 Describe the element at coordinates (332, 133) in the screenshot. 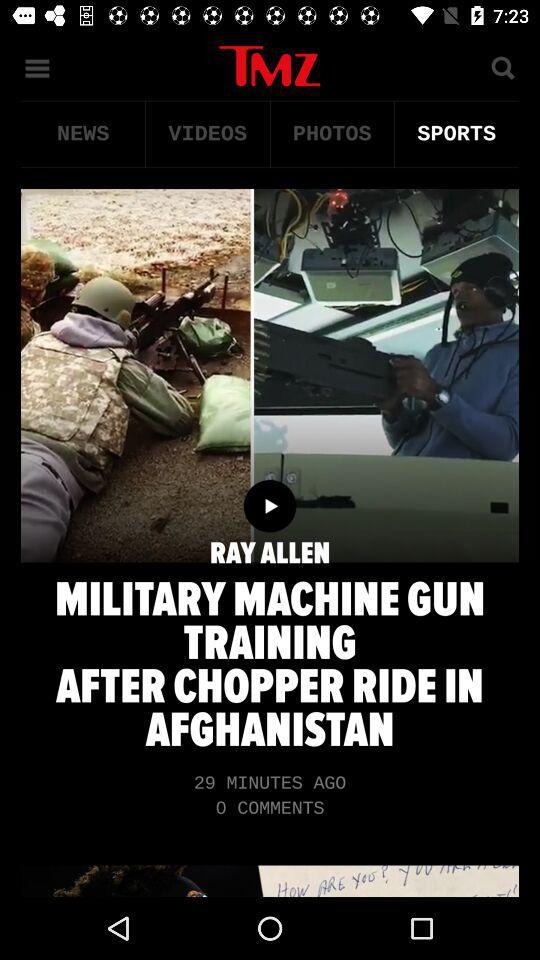

I see `the icon to the right of videos app` at that location.